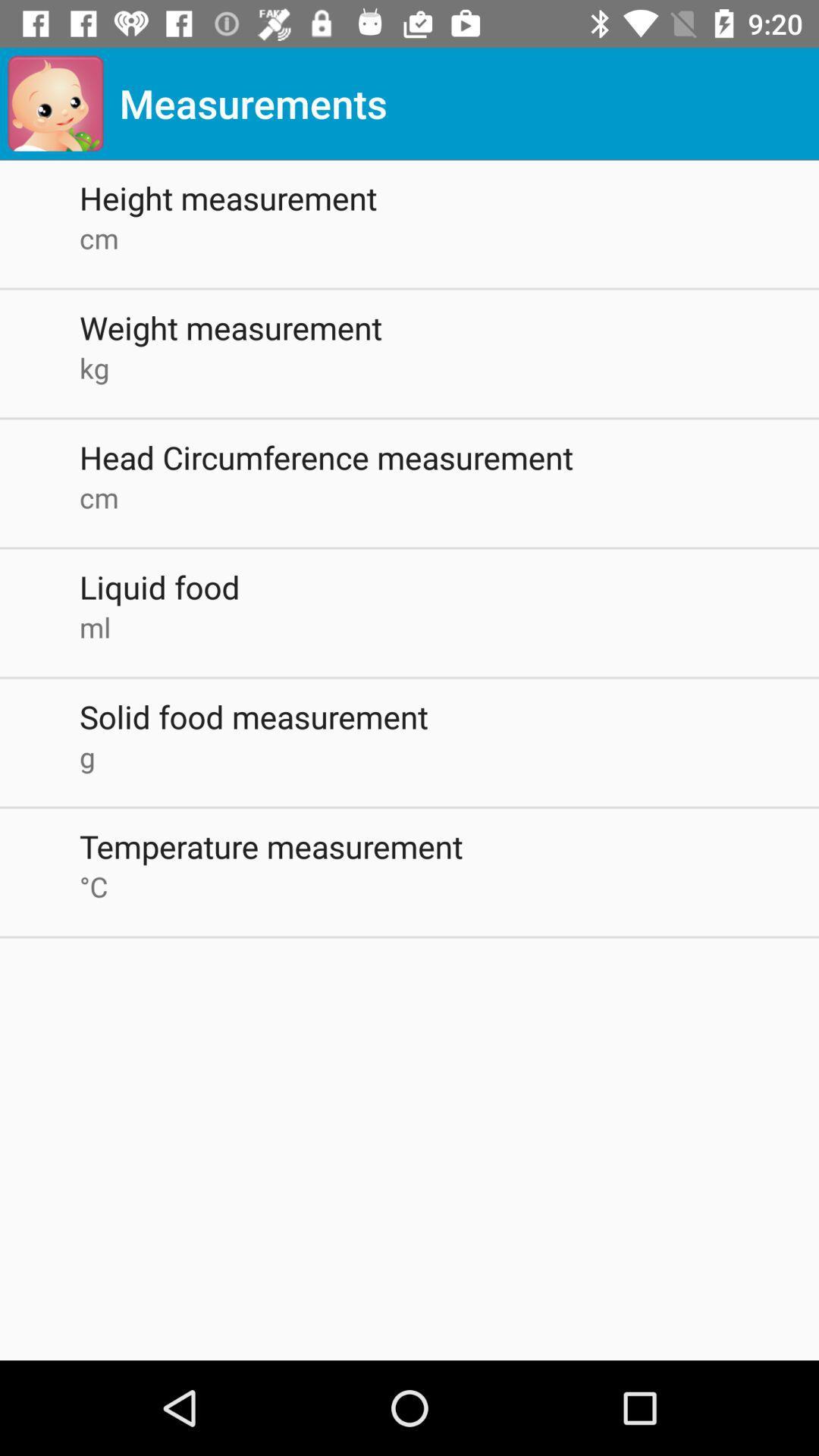  I want to click on icon above the ml, so click(448, 585).